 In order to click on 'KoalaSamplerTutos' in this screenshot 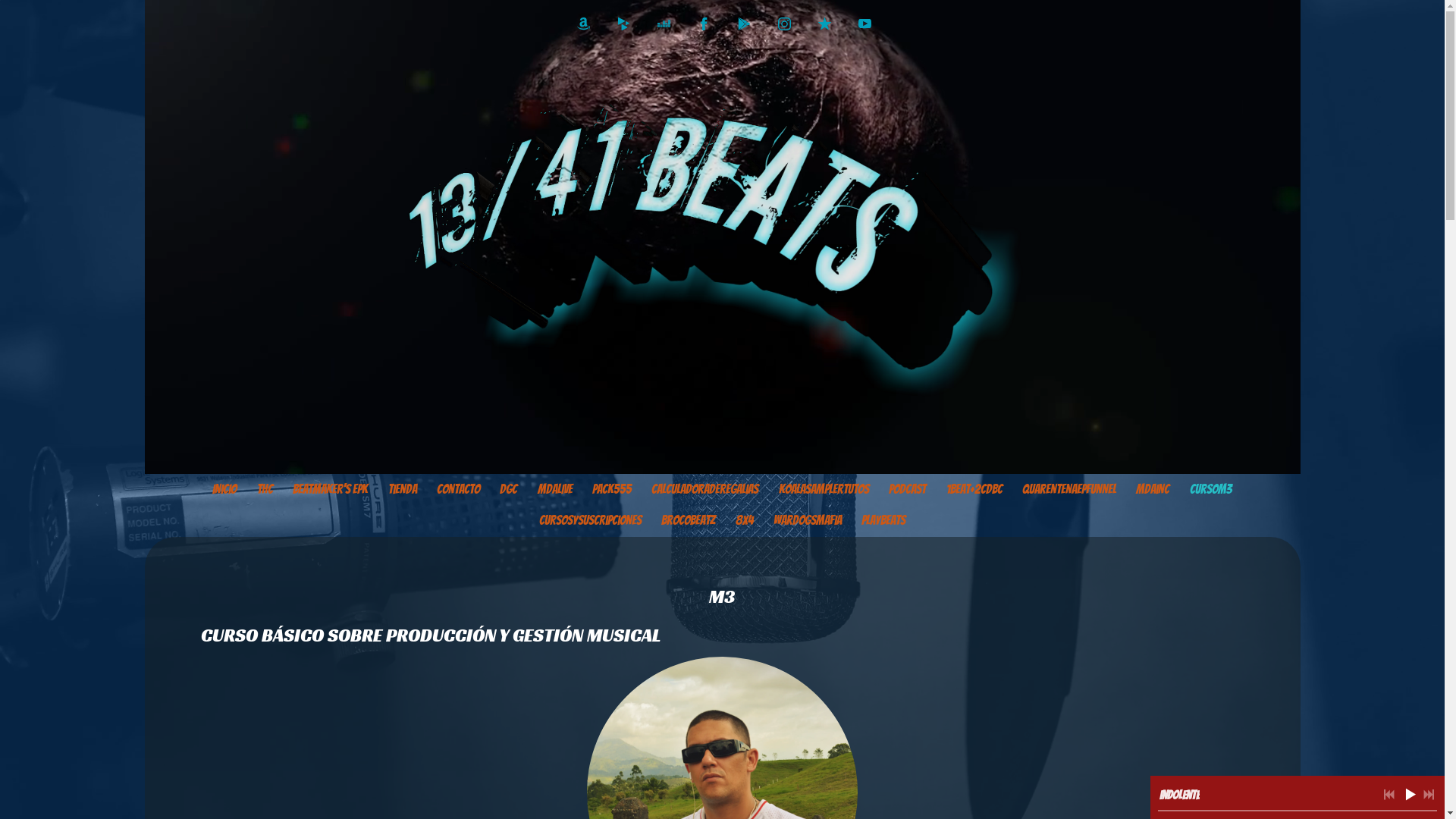, I will do `click(823, 489)`.